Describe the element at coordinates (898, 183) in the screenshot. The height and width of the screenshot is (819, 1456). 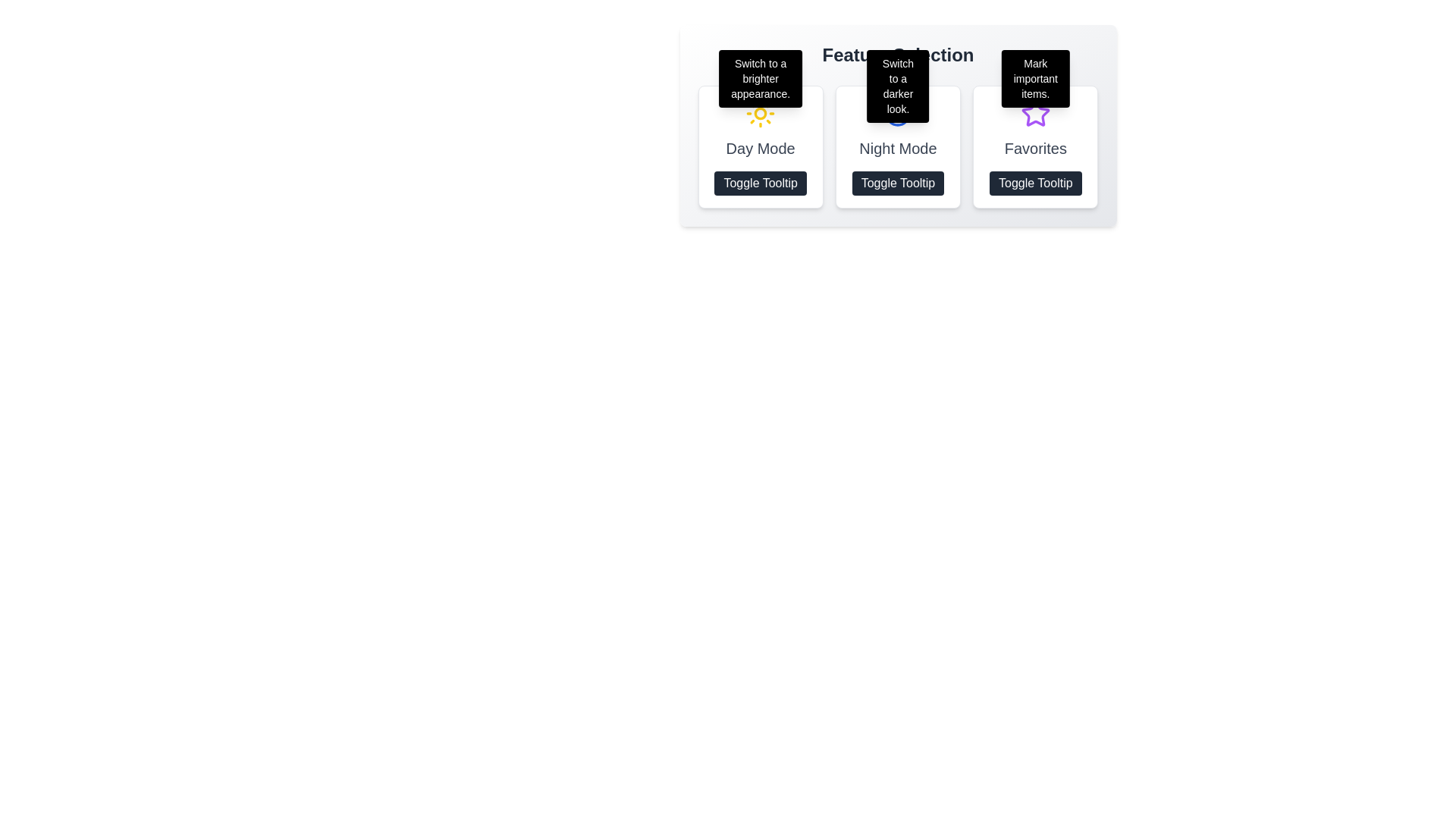
I see `the 'Toggle Tooltip' button to observe its hover effect, which changes the background color to a lighter shade of gray` at that location.